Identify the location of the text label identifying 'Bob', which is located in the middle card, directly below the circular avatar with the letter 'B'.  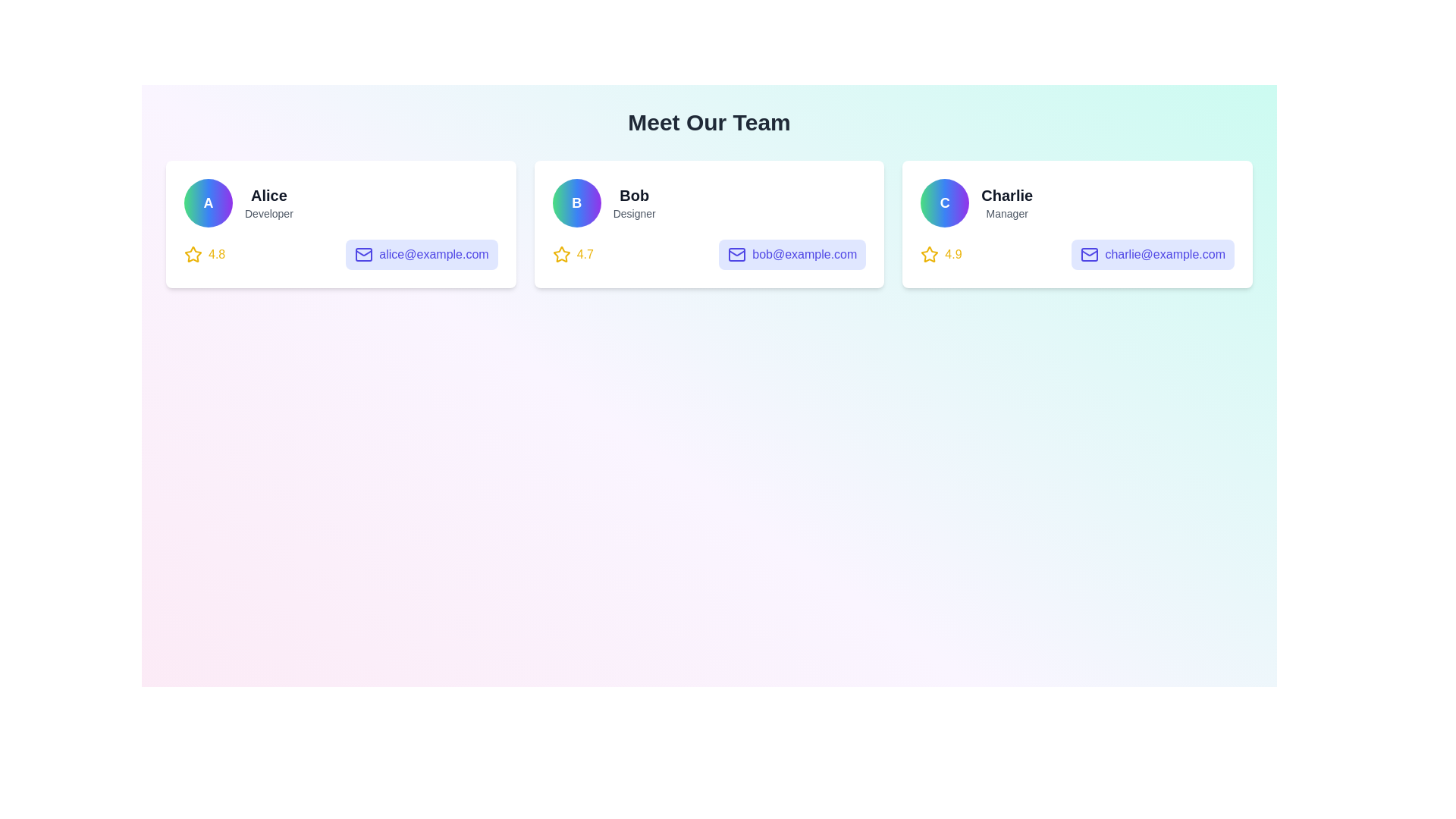
(634, 195).